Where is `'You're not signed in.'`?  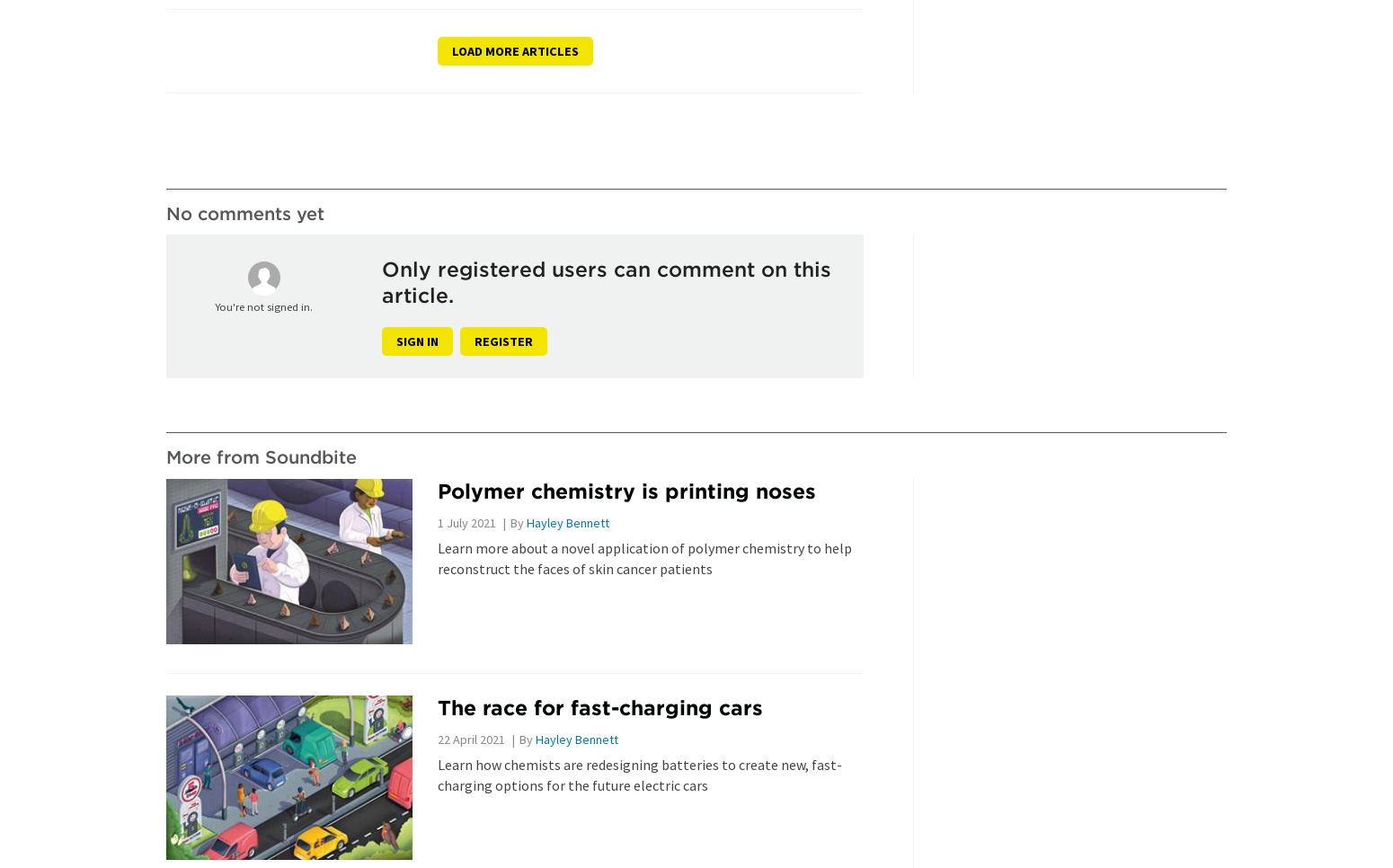
'You're not signed in.' is located at coordinates (215, 306).